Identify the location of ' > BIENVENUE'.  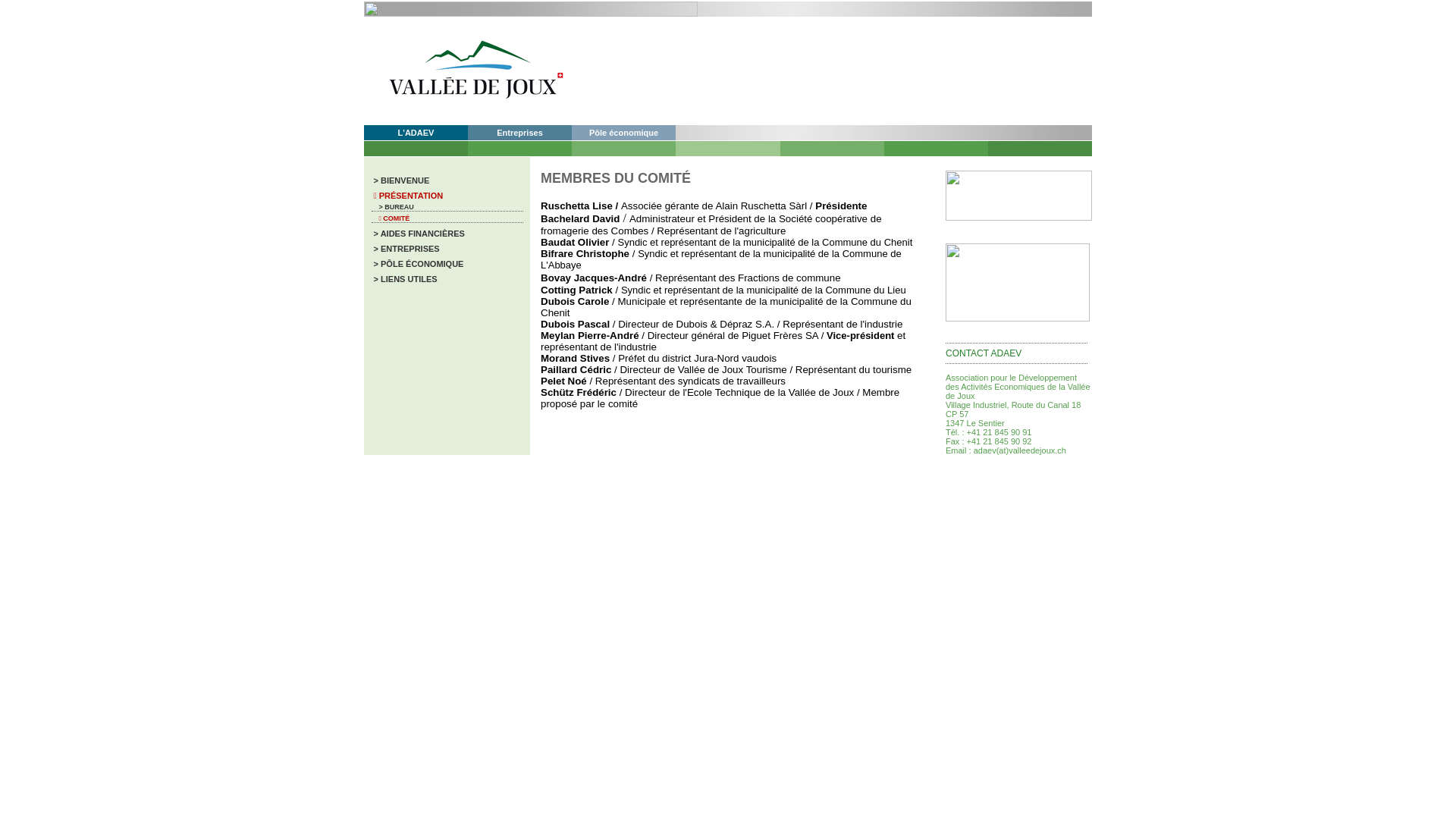
(371, 180).